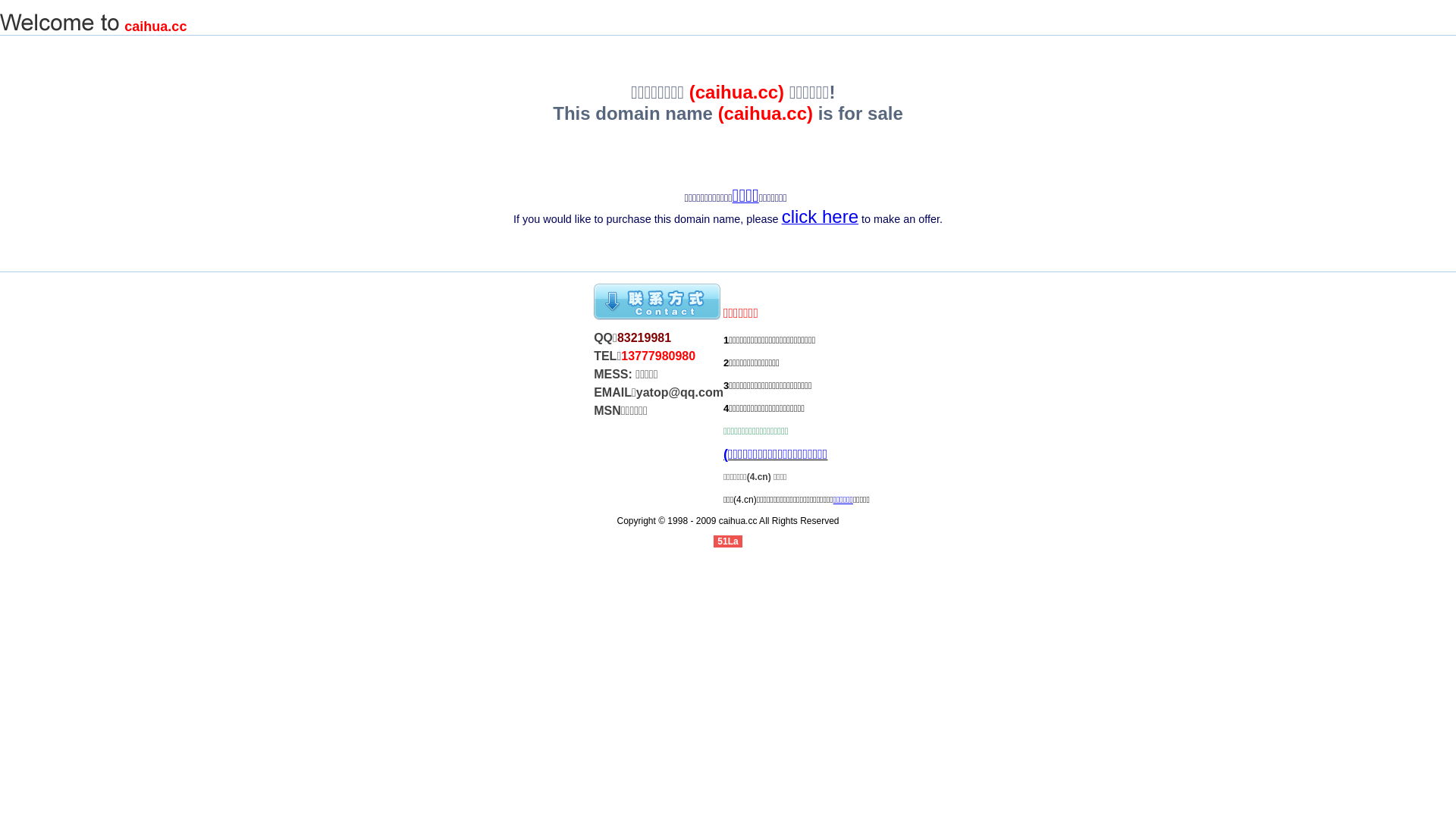 The image size is (1456, 819). What do you see at coordinates (726, 540) in the screenshot?
I see `'51La'` at bounding box center [726, 540].